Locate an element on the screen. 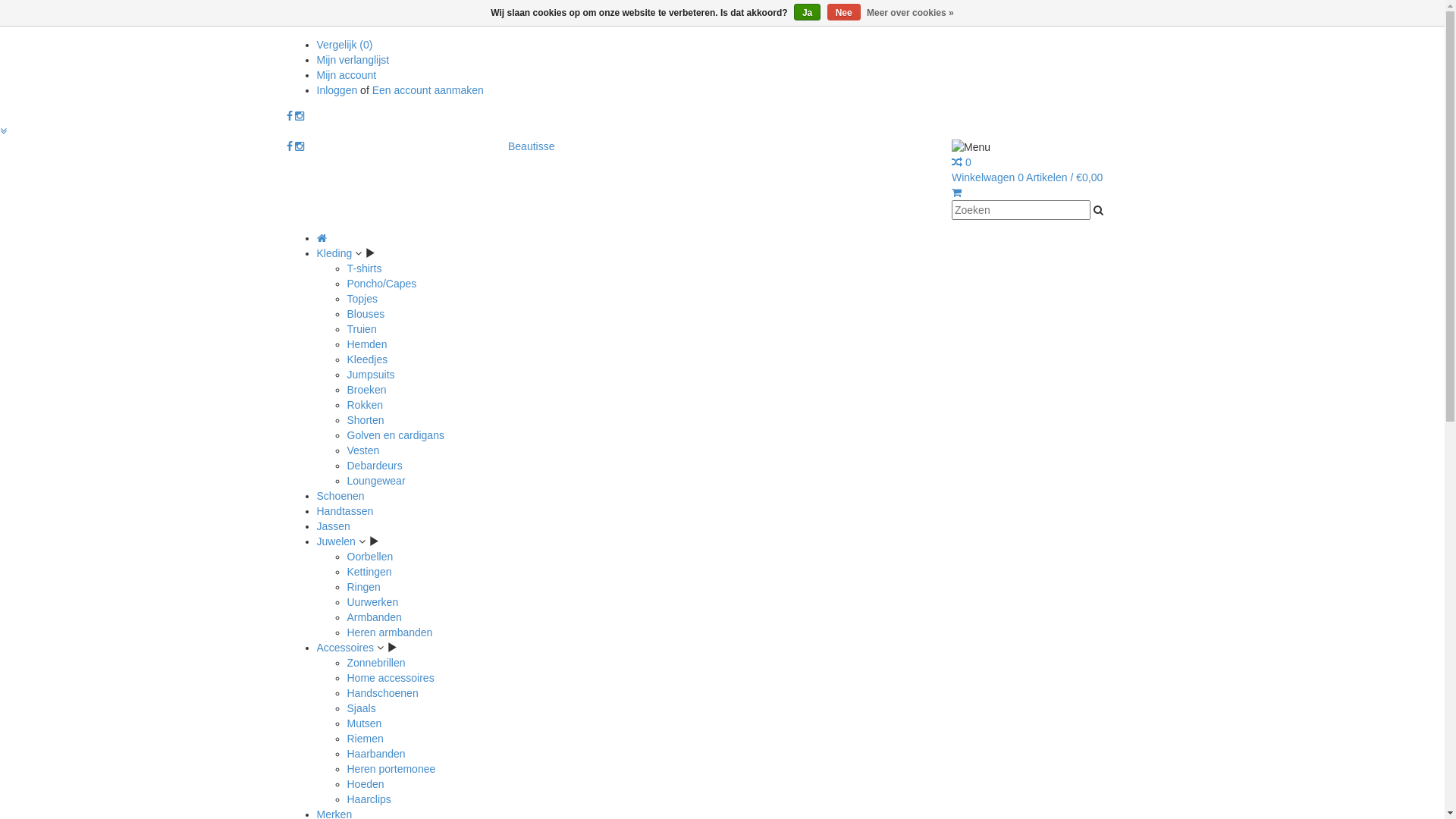  'Handschoenen' is located at coordinates (382, 693).